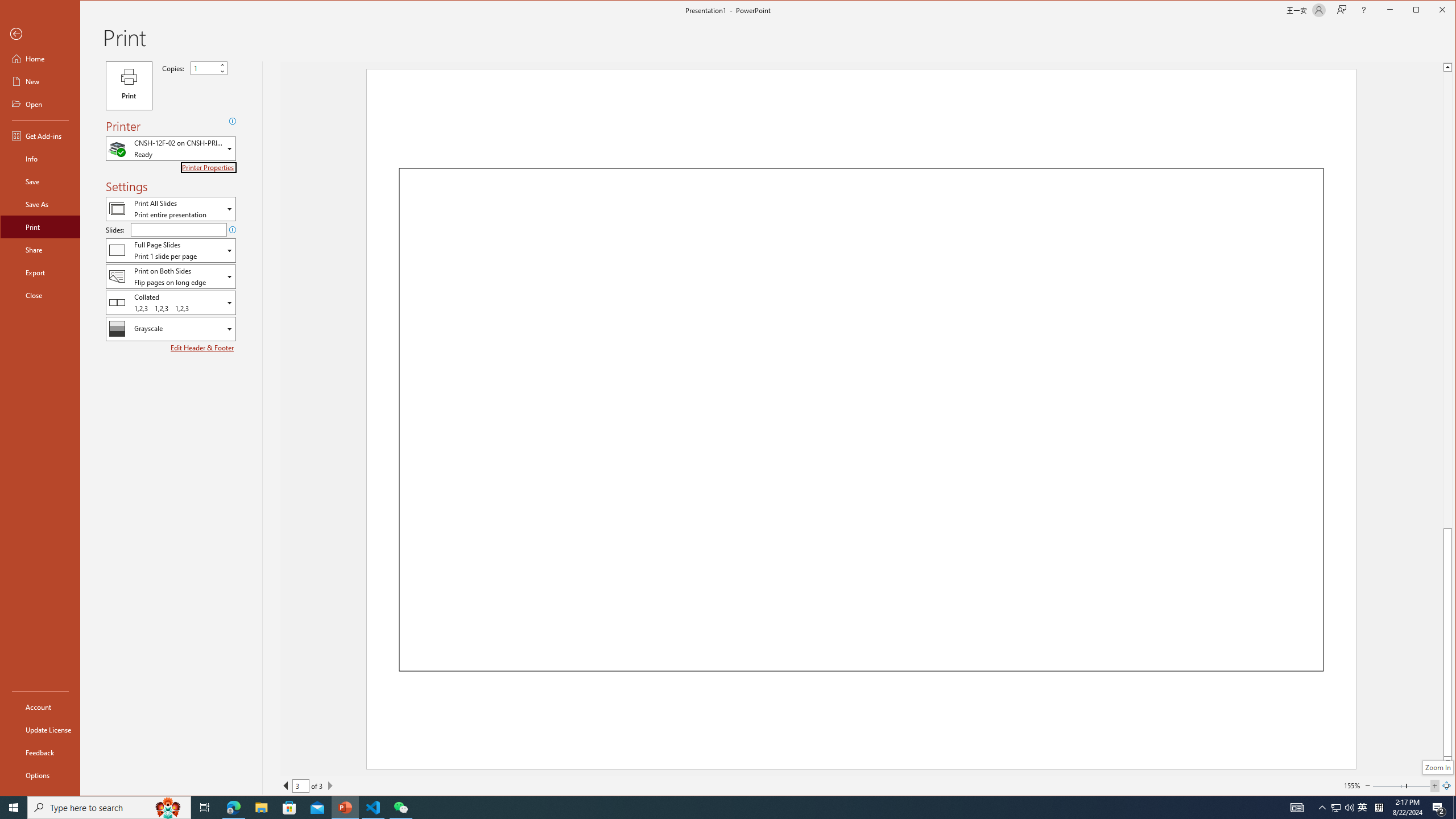  Describe the element at coordinates (1439, 806) in the screenshot. I see `'Action Center, 2 new notifications'` at that location.